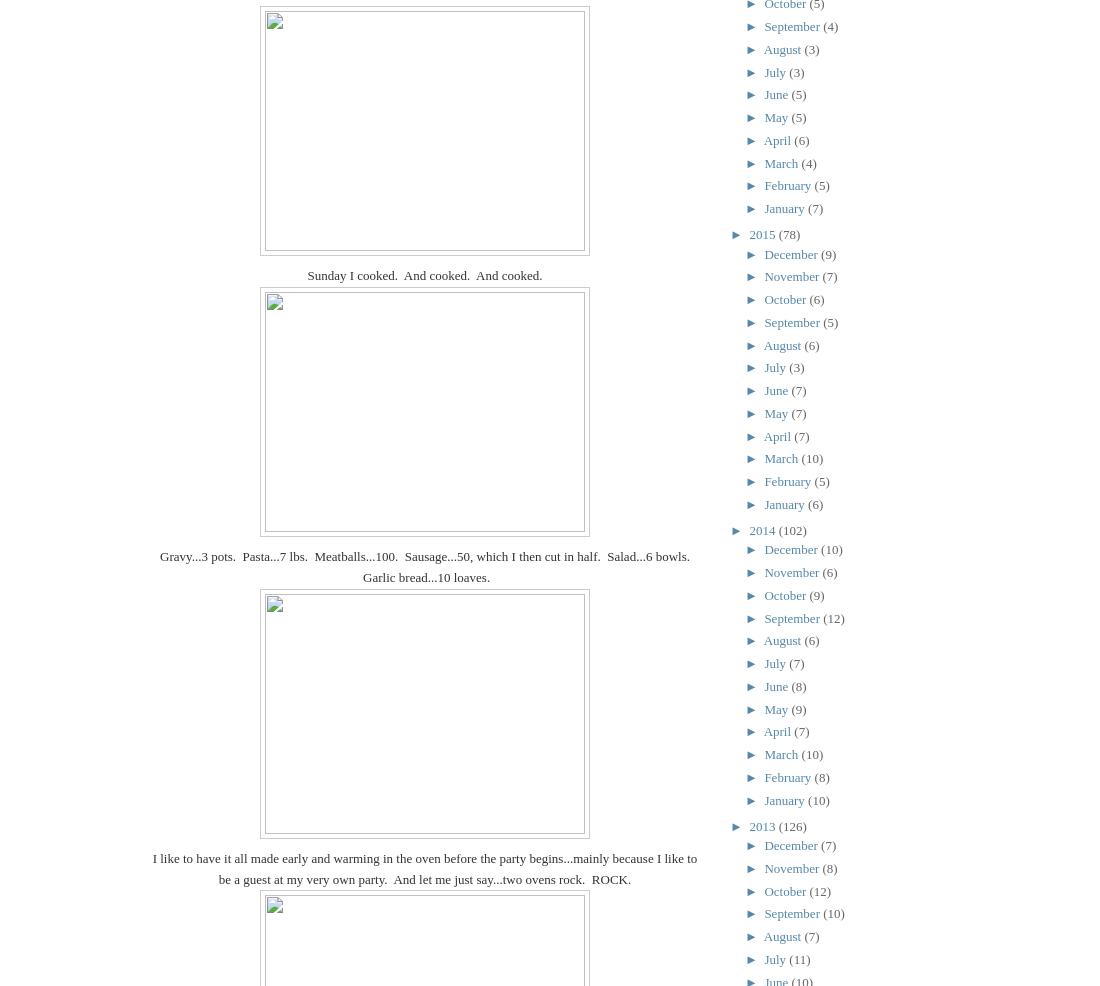 This screenshot has width=1100, height=986. What do you see at coordinates (763, 233) in the screenshot?
I see `'2015'` at bounding box center [763, 233].